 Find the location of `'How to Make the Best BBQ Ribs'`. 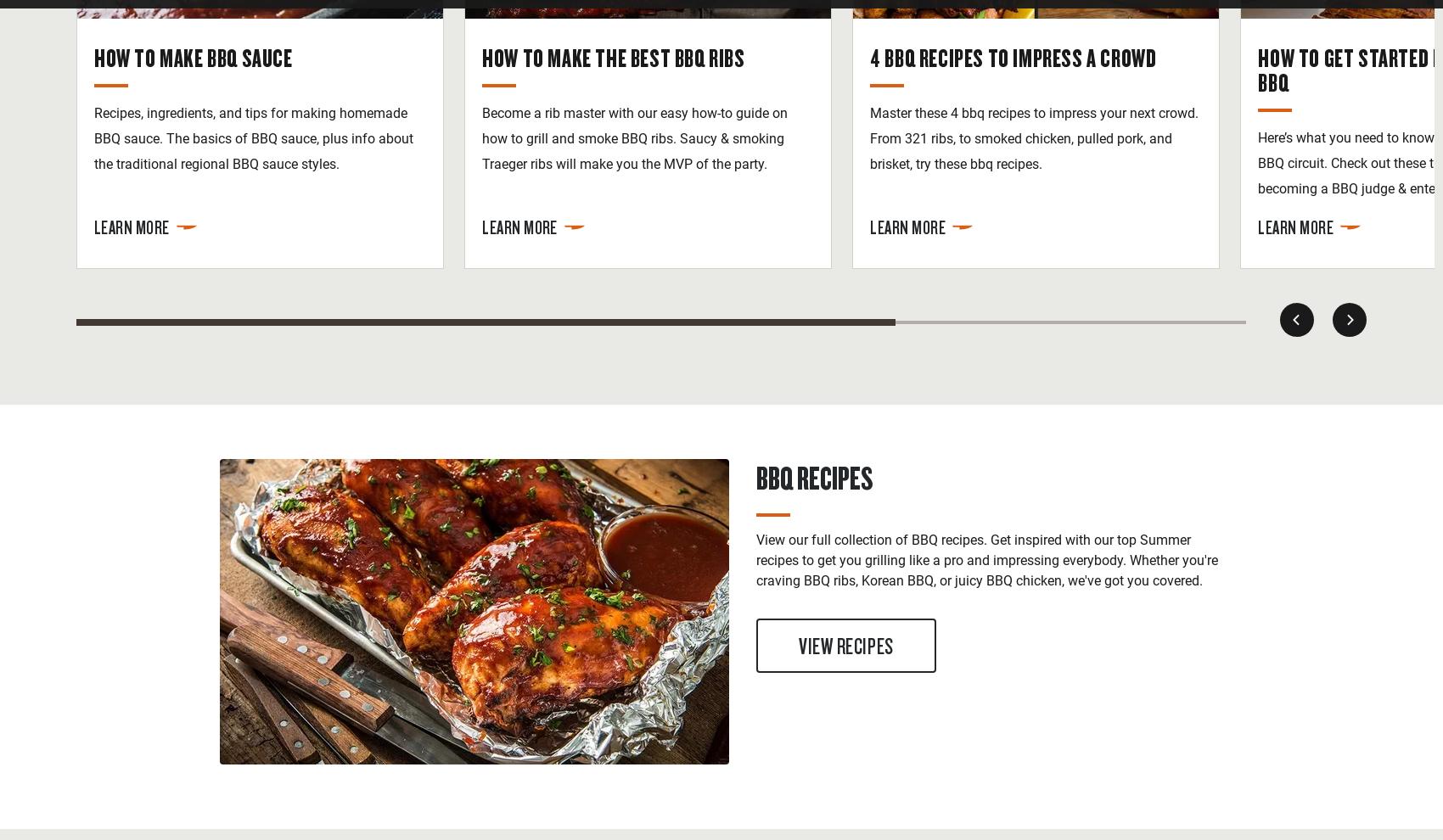

'How to Make the Best BBQ Ribs' is located at coordinates (613, 56).